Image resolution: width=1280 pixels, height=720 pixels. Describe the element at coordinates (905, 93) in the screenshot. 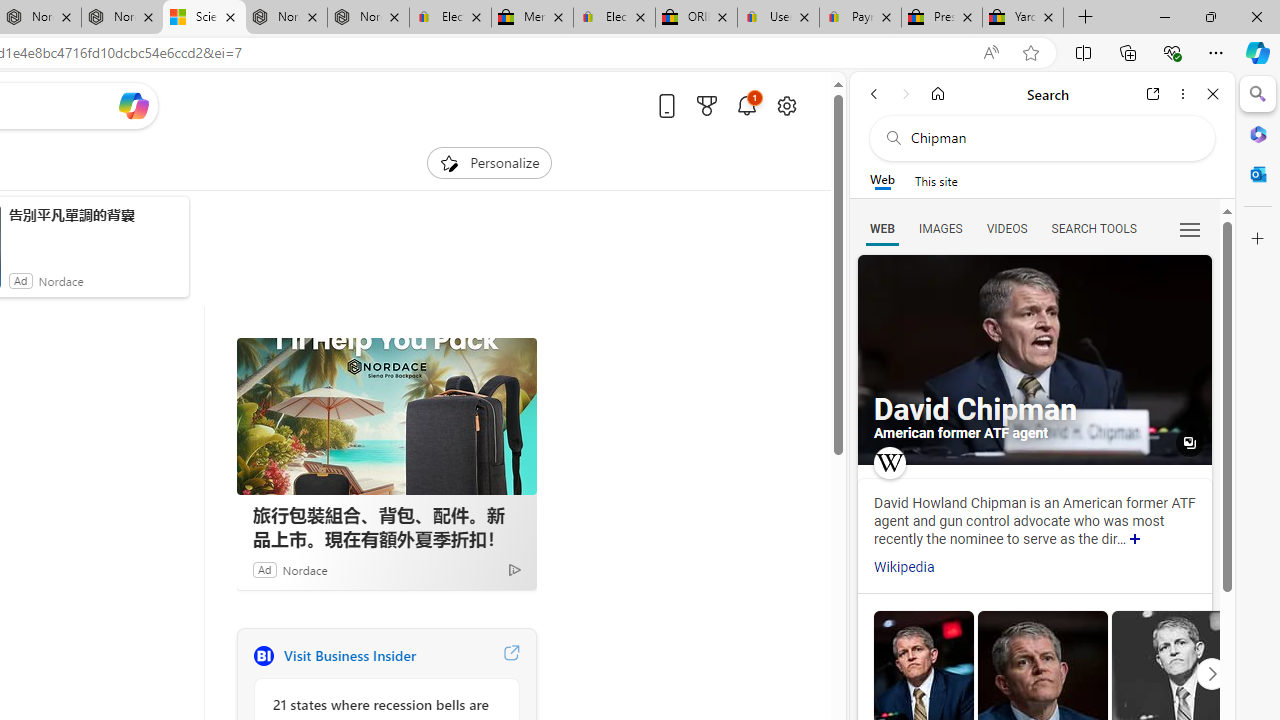

I see `'Forward'` at that location.